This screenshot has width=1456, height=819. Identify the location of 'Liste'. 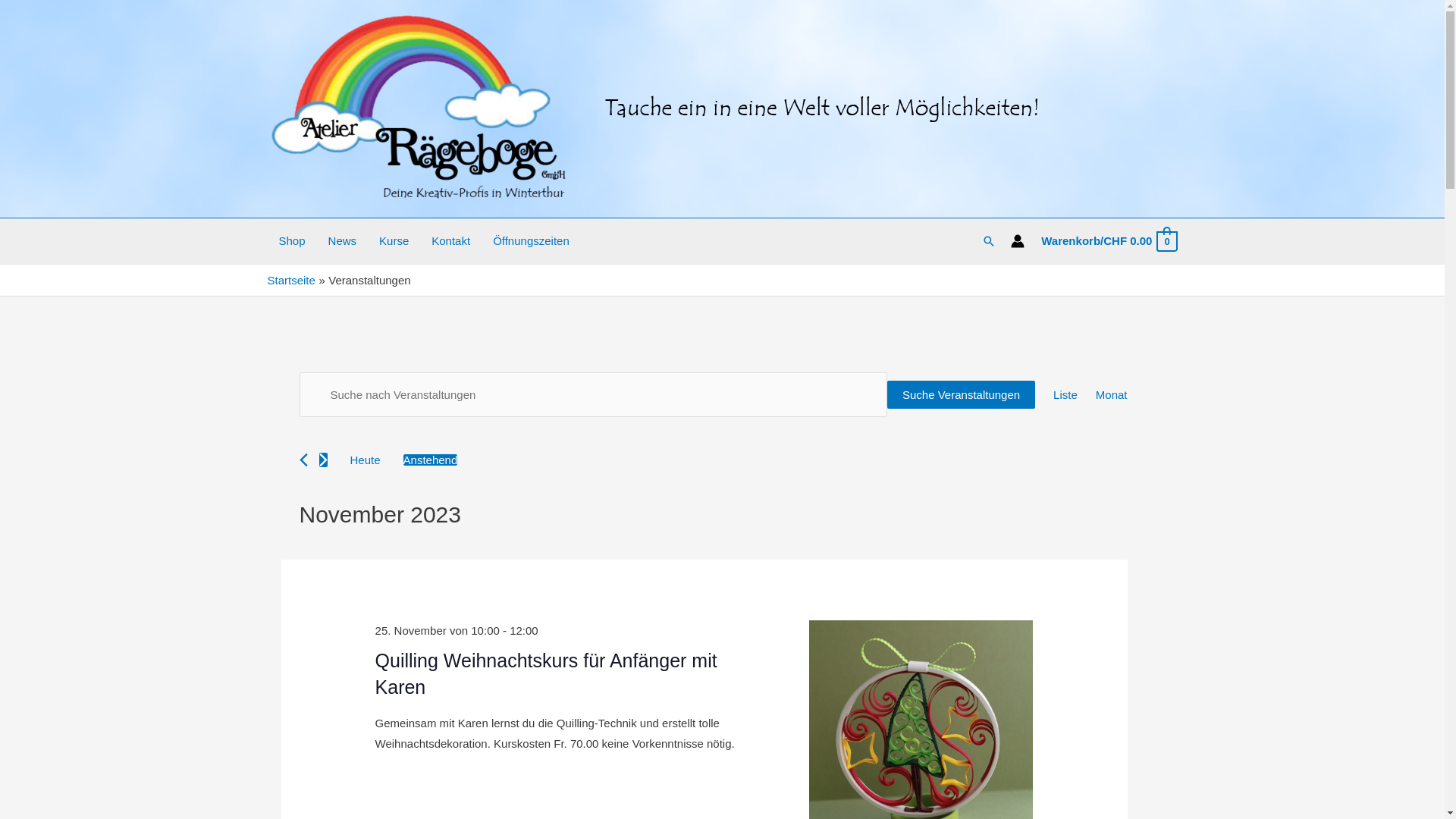
(1052, 394).